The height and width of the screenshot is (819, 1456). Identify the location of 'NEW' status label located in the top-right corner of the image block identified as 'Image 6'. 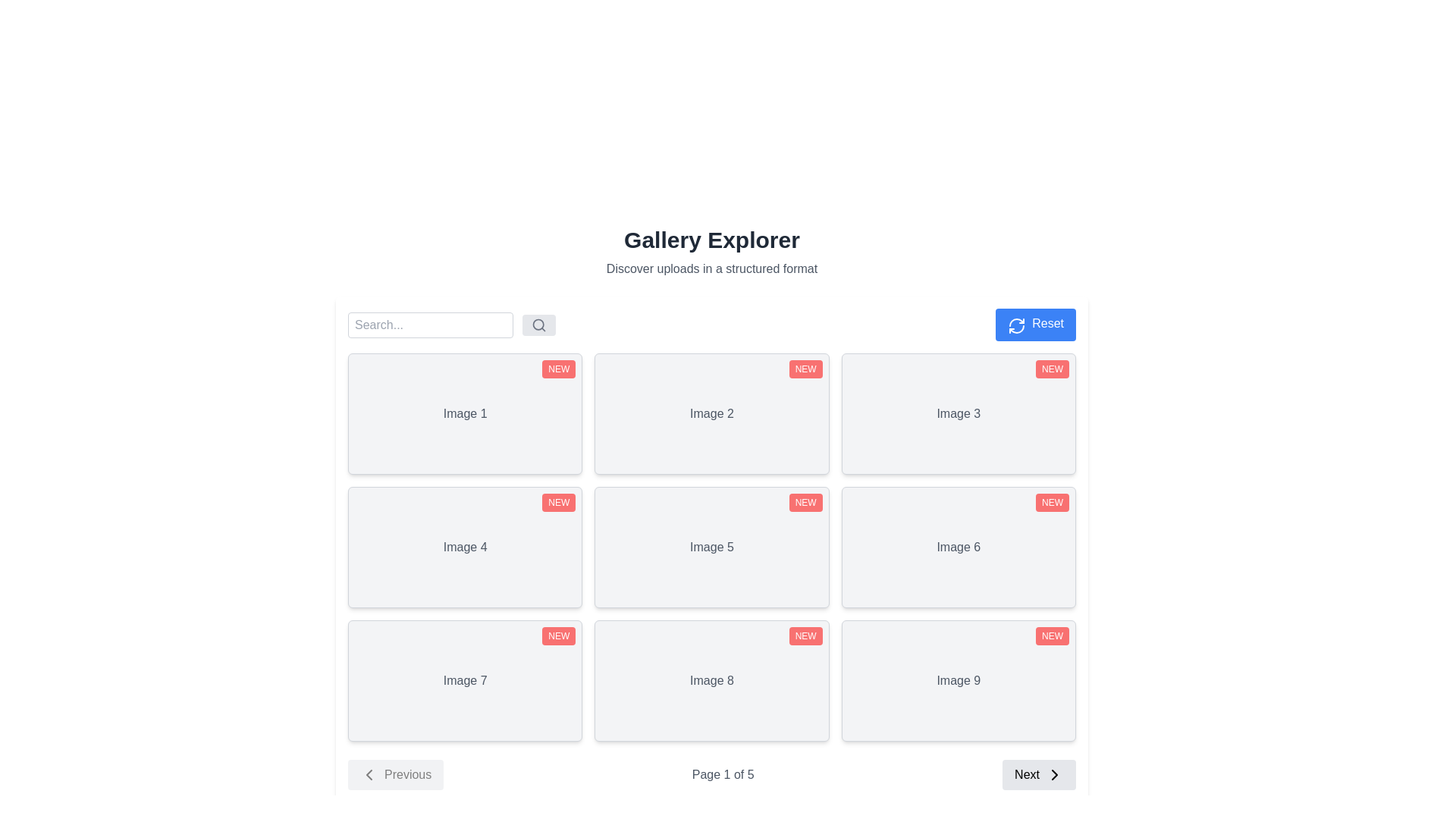
(1051, 503).